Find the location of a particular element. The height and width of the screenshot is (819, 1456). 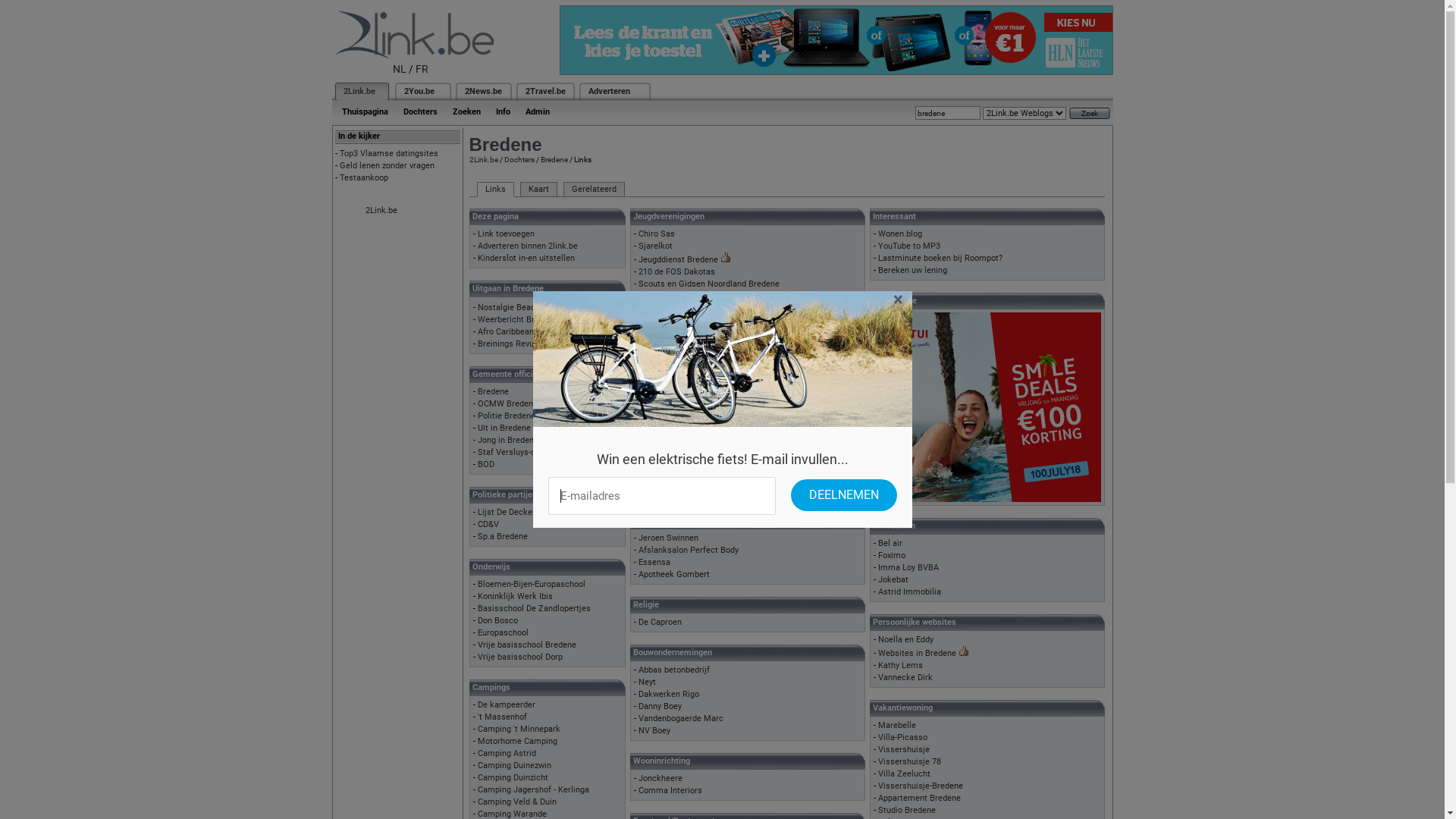

'Lijst De Decker' is located at coordinates (506, 512).